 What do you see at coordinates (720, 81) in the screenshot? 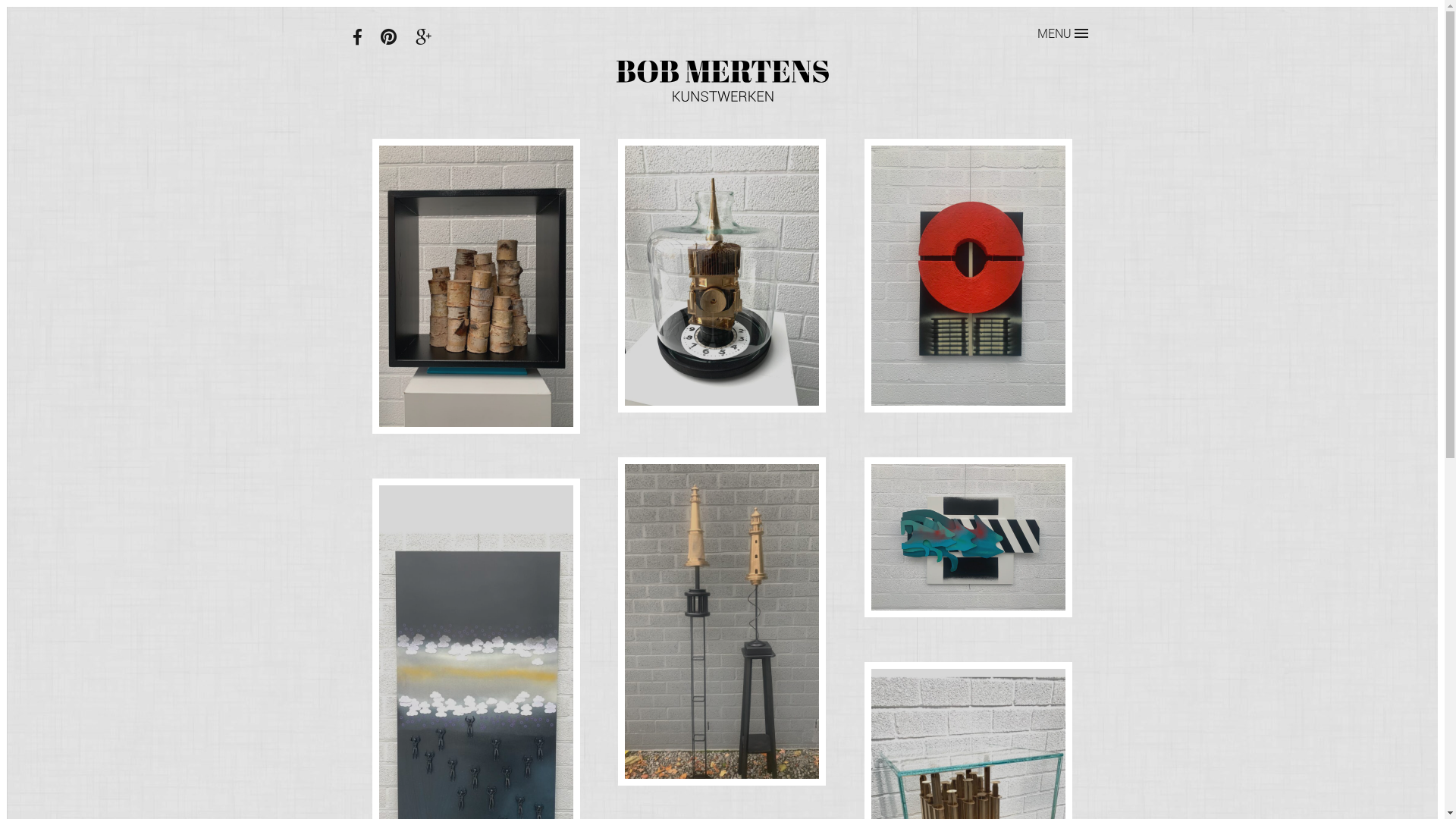
I see `'Bob Mertens'` at bounding box center [720, 81].